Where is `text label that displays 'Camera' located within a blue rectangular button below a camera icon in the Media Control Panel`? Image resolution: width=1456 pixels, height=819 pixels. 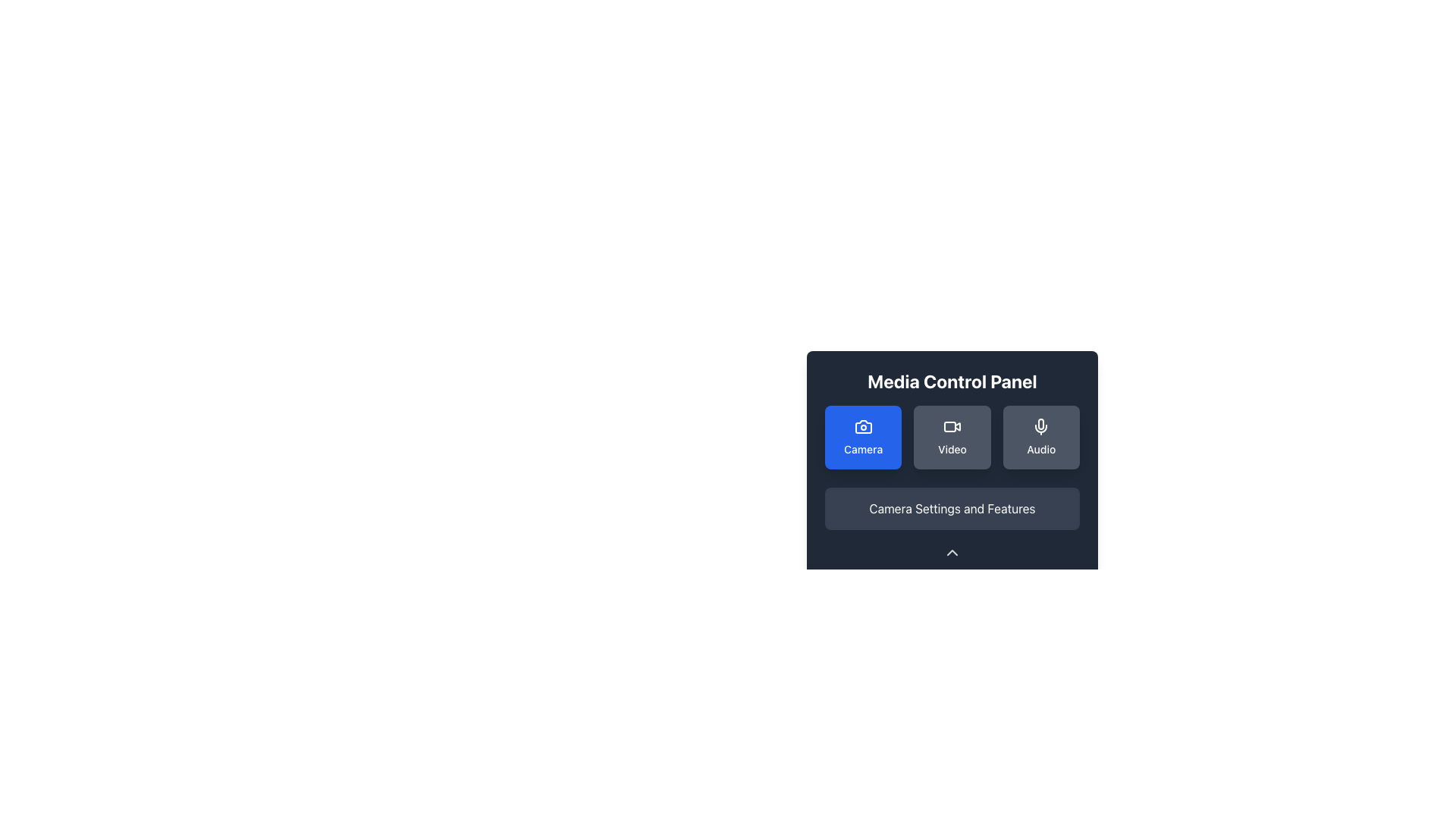
text label that displays 'Camera' located within a blue rectangular button below a camera icon in the Media Control Panel is located at coordinates (863, 449).